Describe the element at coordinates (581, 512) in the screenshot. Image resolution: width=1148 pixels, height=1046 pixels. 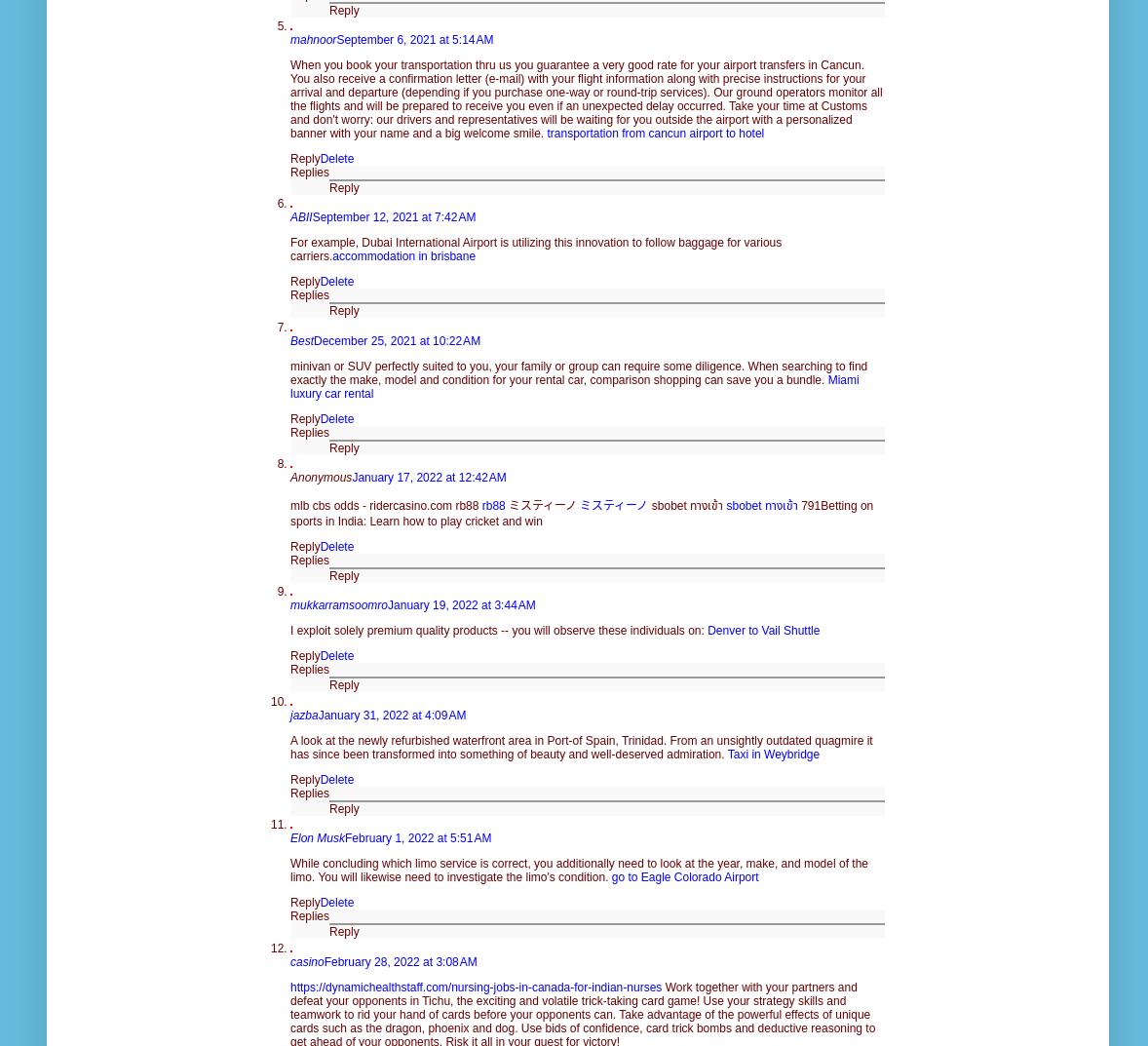
I see `'791Betting on sports in India: Learn how to play cricket and win'` at that location.